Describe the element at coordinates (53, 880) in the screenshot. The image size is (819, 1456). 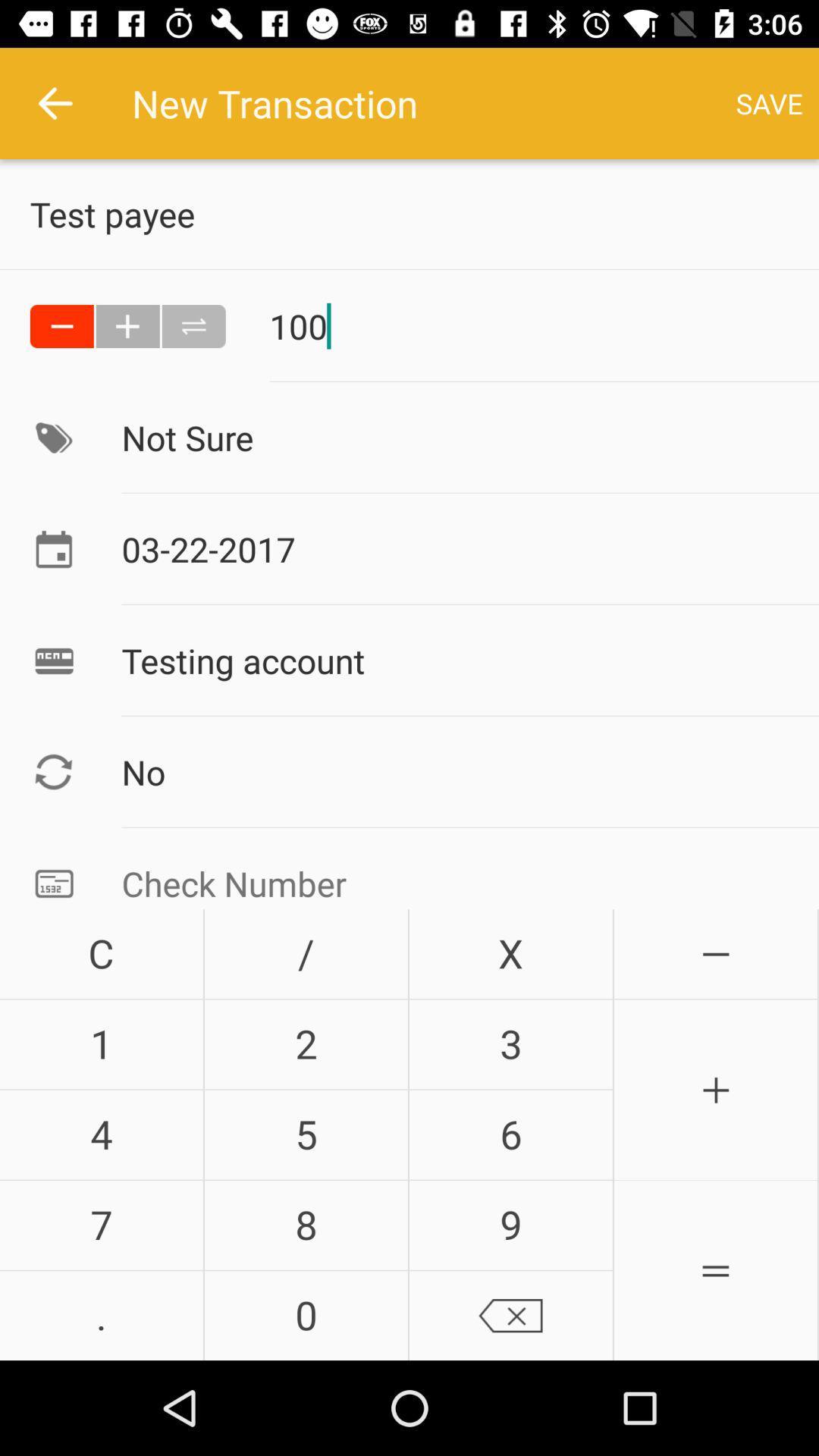
I see `icon left to text check number` at that location.